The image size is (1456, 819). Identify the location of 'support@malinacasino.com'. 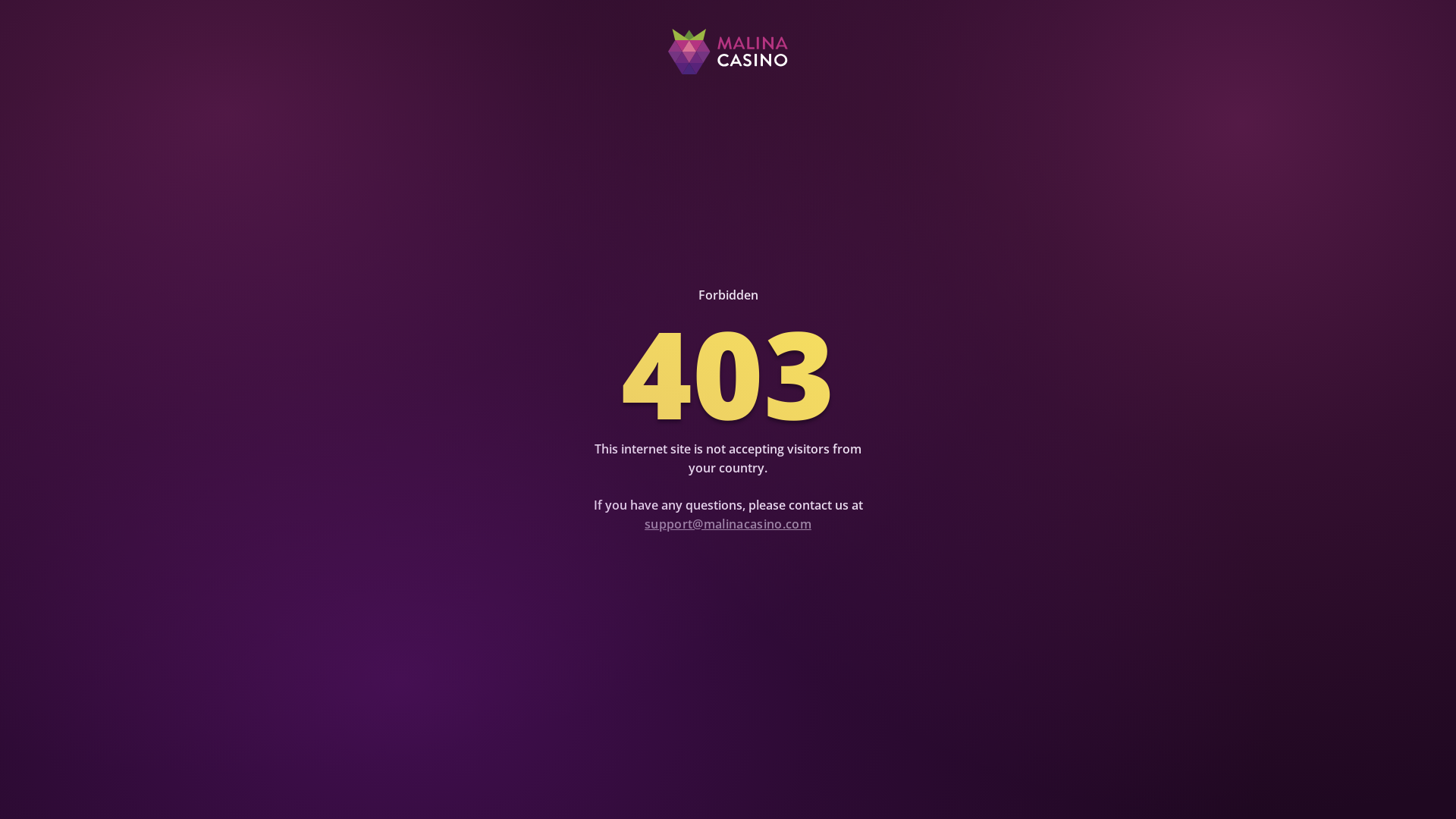
(728, 522).